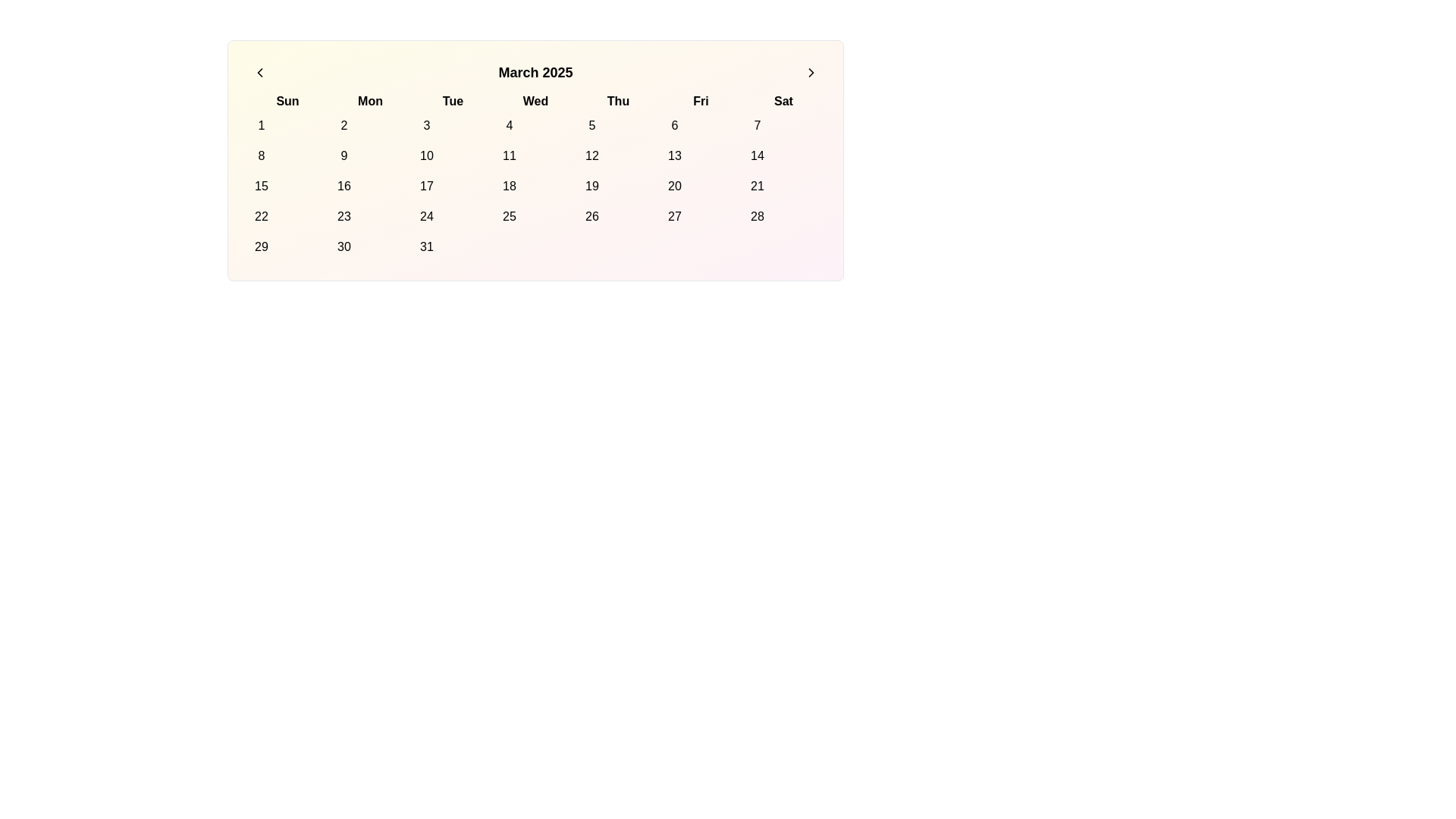 This screenshot has width=1456, height=819. What do you see at coordinates (591, 216) in the screenshot?
I see `the selectable date button for 26th March 2025, located in the sixth column under 'Thu' in the calendar interface` at bounding box center [591, 216].